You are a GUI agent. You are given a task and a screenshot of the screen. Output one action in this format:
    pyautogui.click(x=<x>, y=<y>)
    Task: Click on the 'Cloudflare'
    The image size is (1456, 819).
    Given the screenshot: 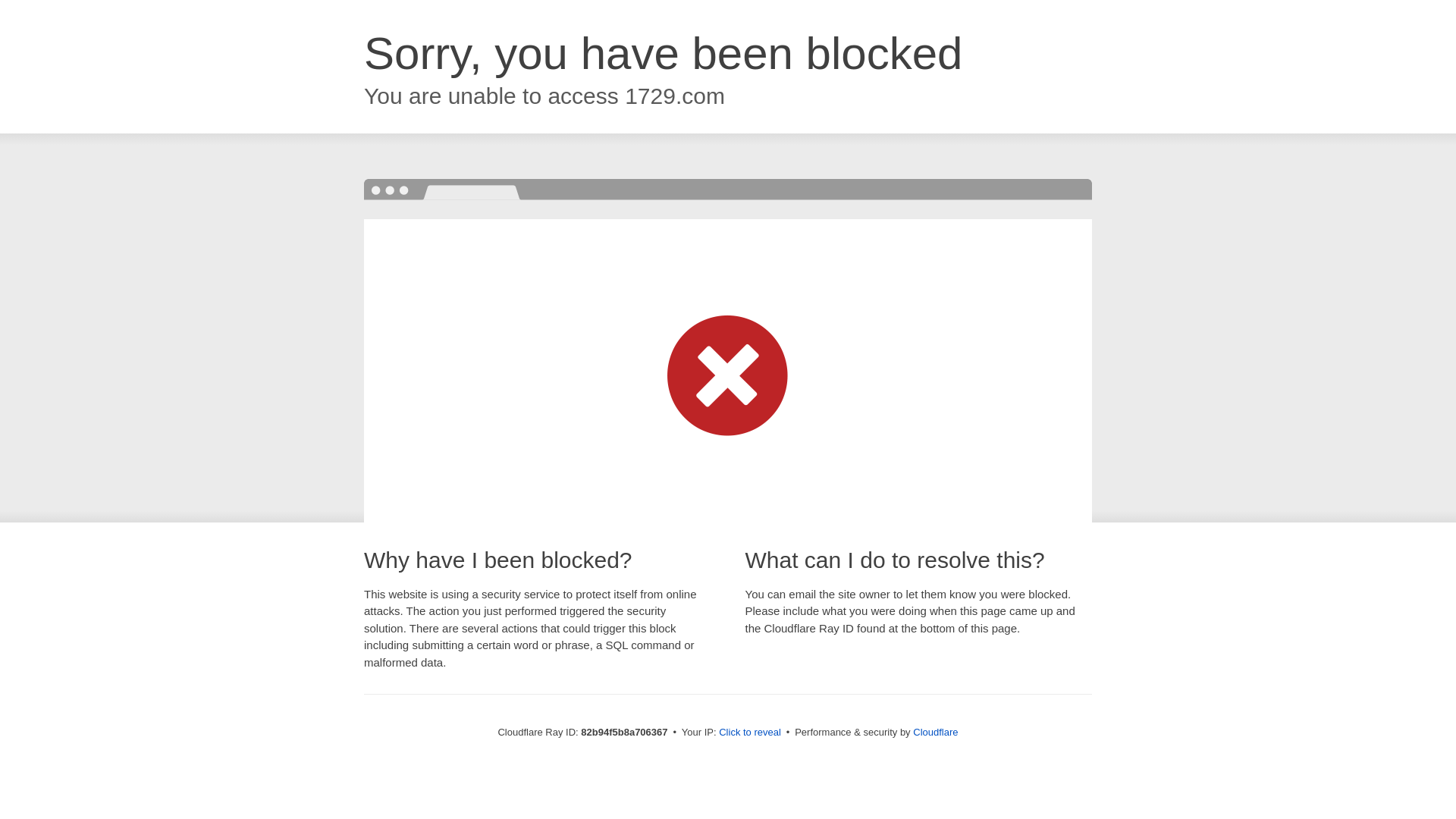 What is the action you would take?
    pyautogui.click(x=912, y=731)
    